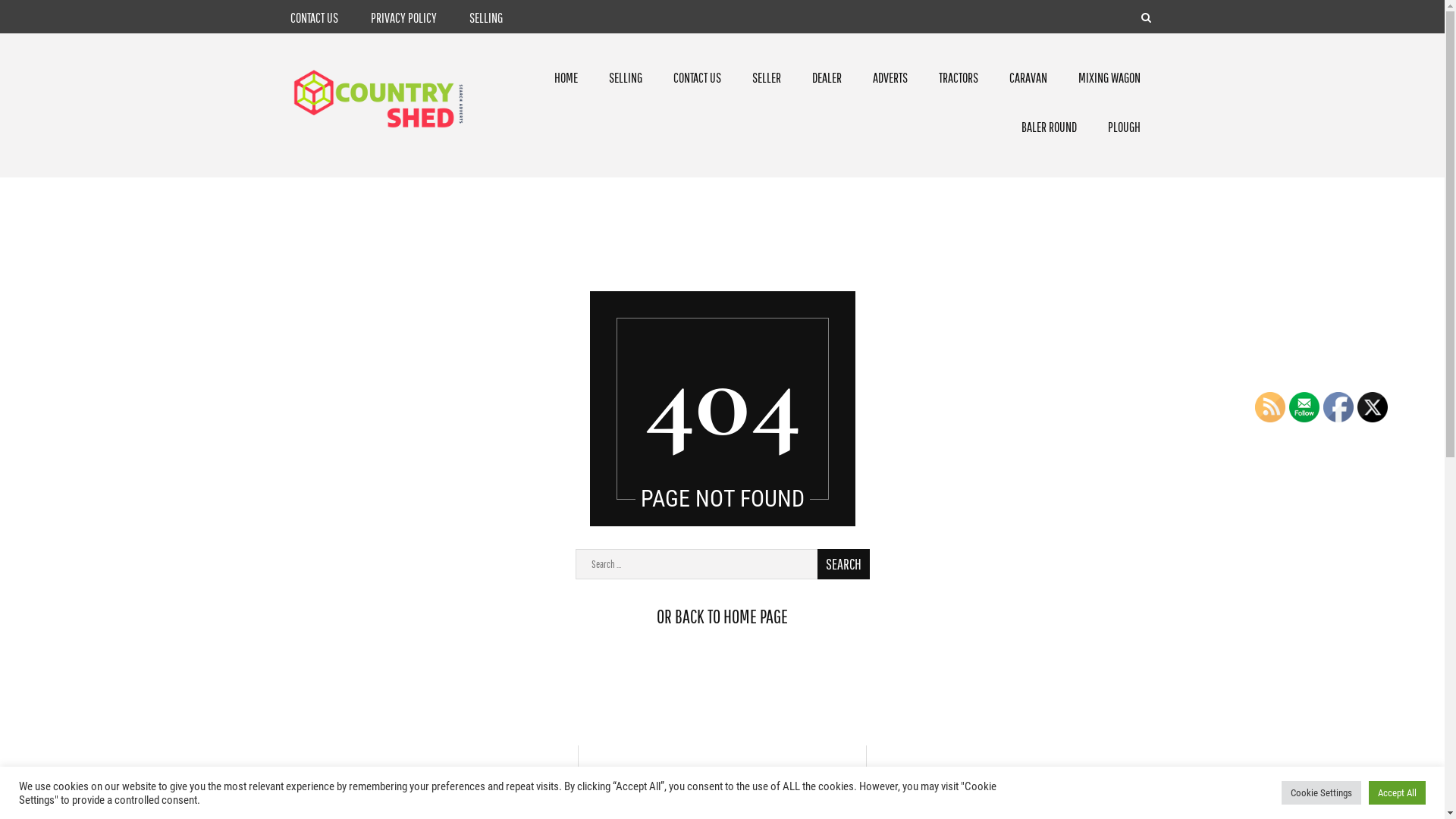 The image size is (1456, 819). I want to click on 'Facebook', so click(1323, 406).